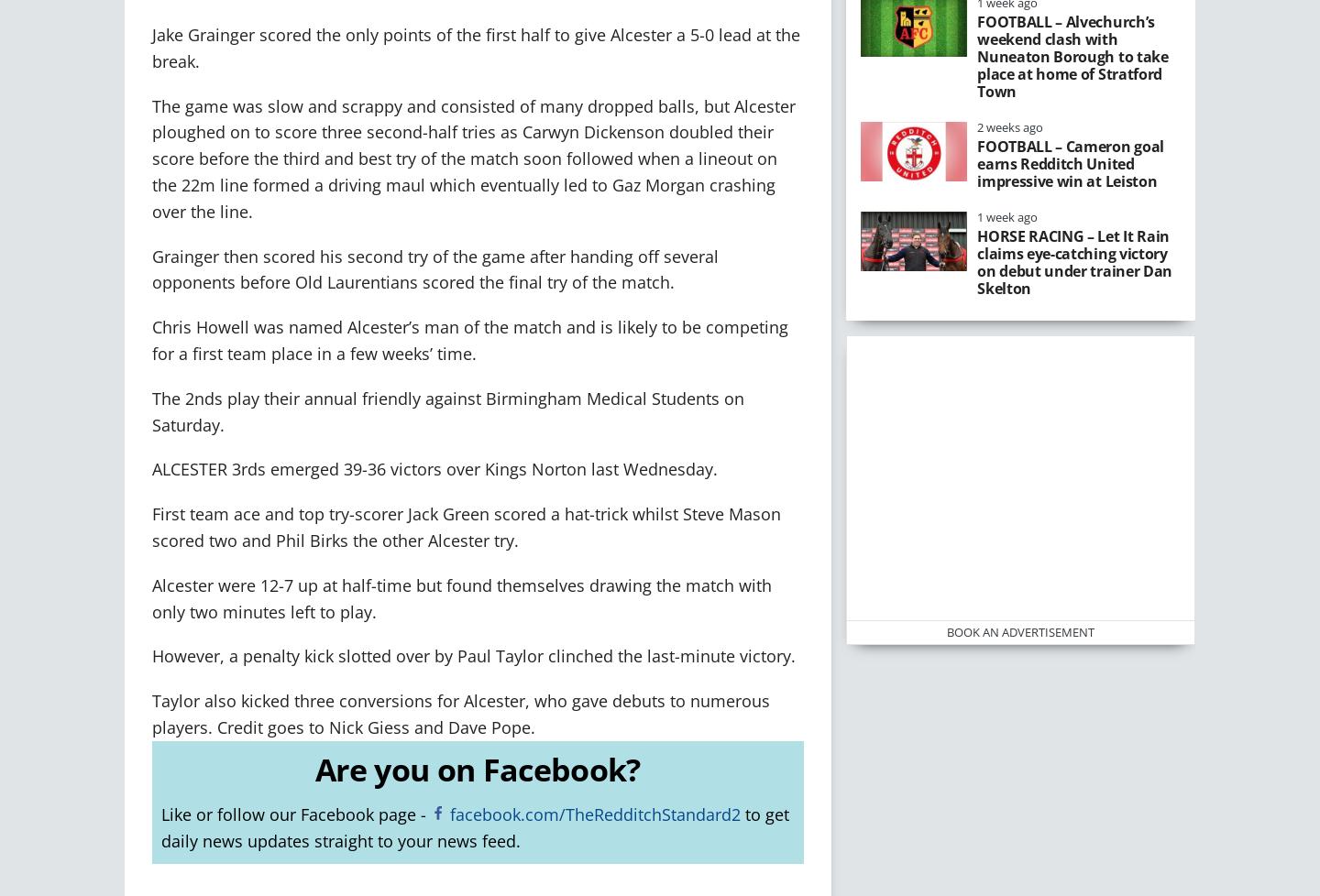 This screenshot has width=1320, height=896. What do you see at coordinates (472, 655) in the screenshot?
I see `'However, a penalty kick slotted over by Paul Taylor clinched the last-minute victory.'` at bounding box center [472, 655].